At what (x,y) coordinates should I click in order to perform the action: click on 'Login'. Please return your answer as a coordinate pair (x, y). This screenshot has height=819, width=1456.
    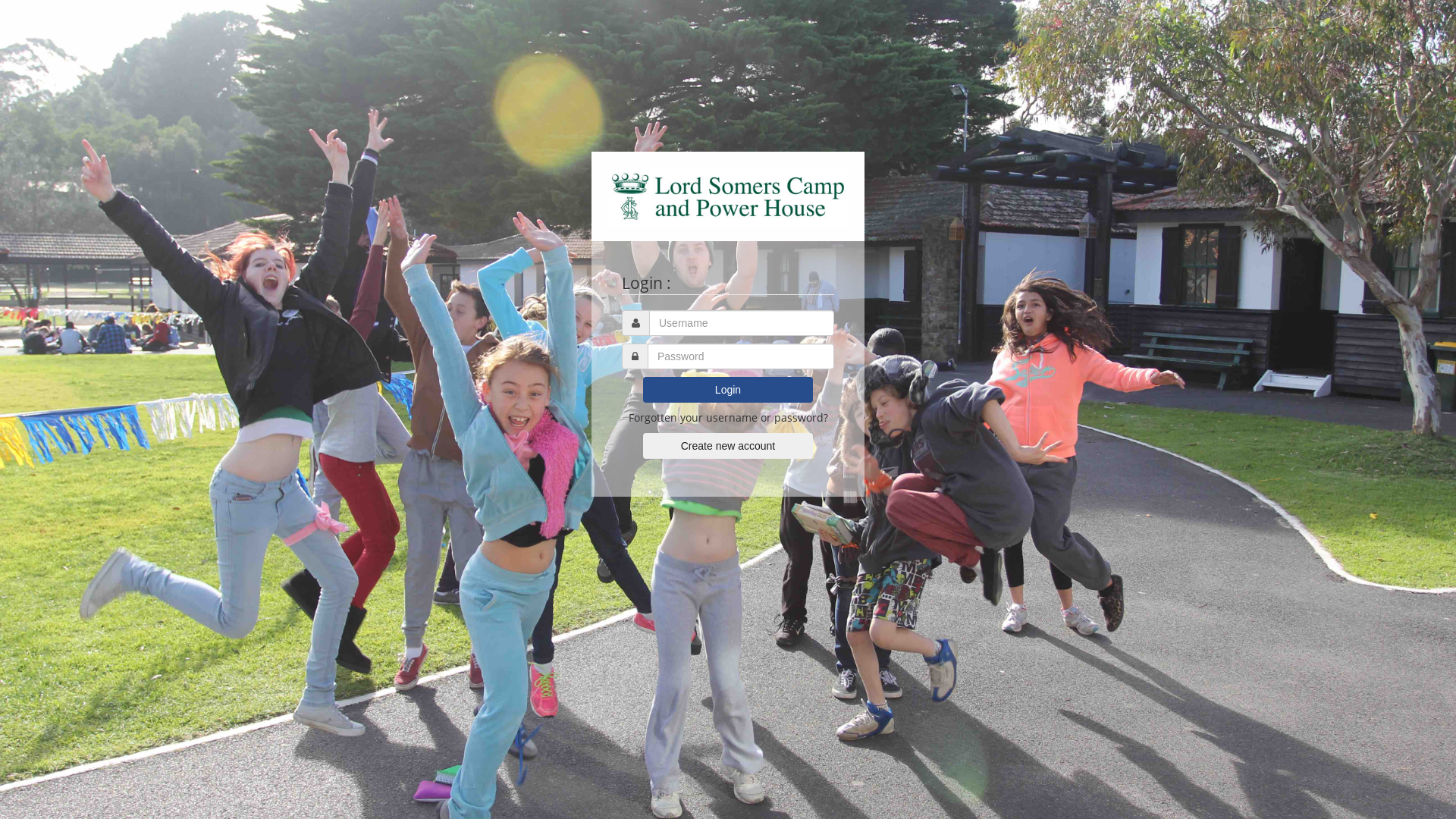
    Looking at the image, I should click on (728, 388).